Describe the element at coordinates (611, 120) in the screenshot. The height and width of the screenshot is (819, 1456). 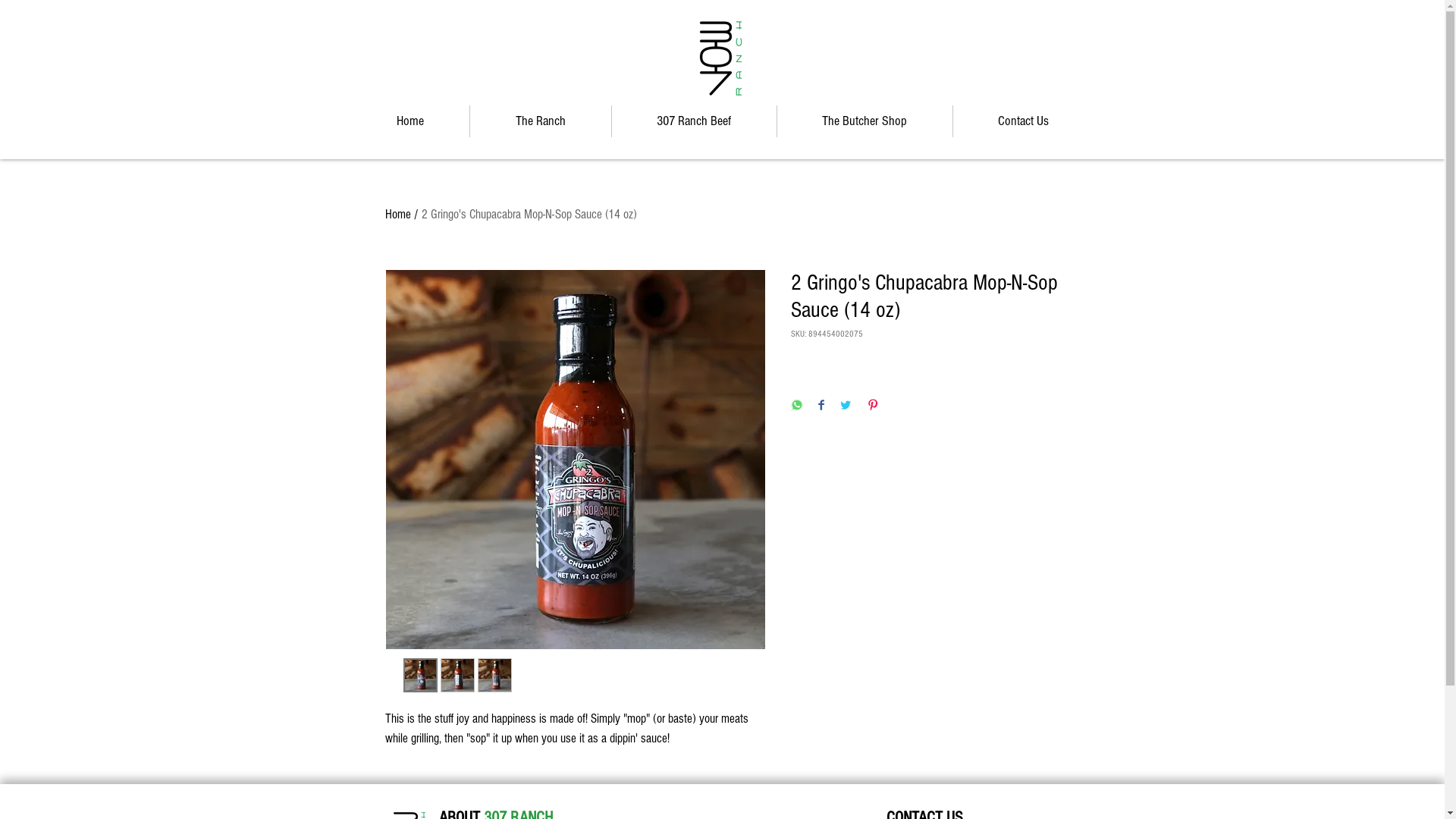
I see `'307 Ranch Beef'` at that location.